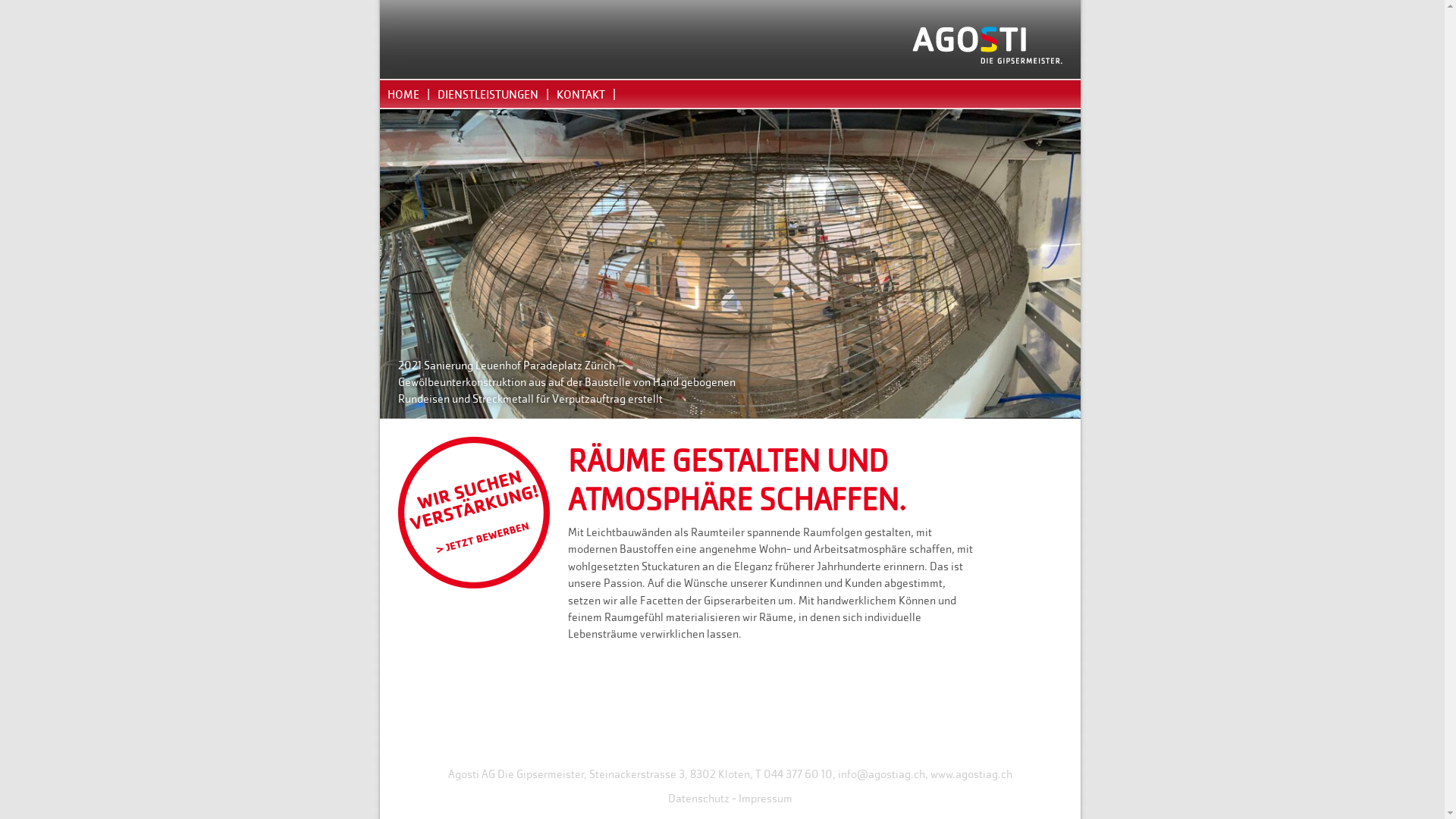 Image resolution: width=1456 pixels, height=819 pixels. What do you see at coordinates (765, 797) in the screenshot?
I see `'Impressum'` at bounding box center [765, 797].